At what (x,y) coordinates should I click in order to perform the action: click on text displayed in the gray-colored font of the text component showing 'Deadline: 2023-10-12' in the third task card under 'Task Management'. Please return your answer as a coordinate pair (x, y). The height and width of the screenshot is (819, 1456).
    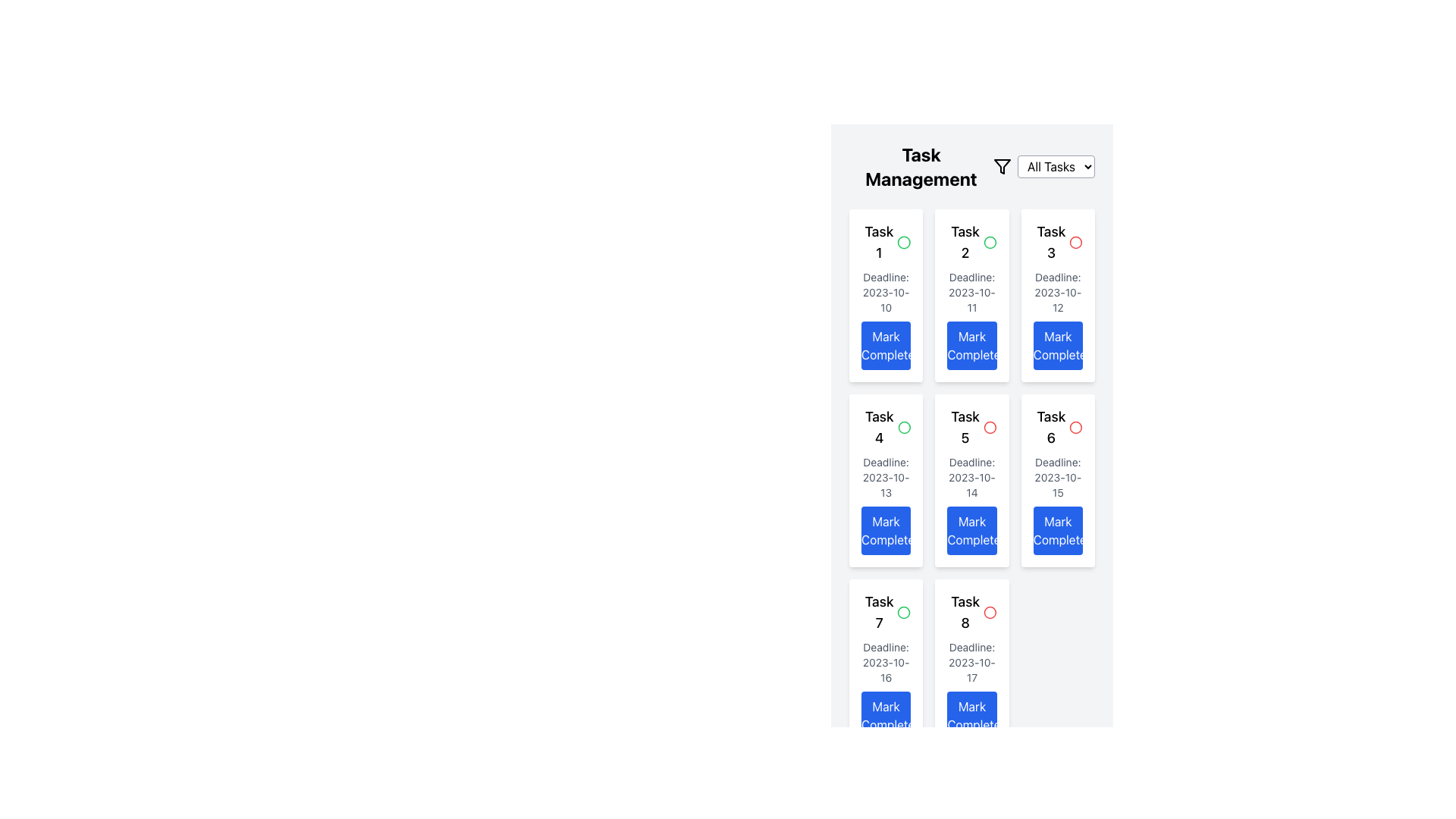
    Looking at the image, I should click on (1057, 292).